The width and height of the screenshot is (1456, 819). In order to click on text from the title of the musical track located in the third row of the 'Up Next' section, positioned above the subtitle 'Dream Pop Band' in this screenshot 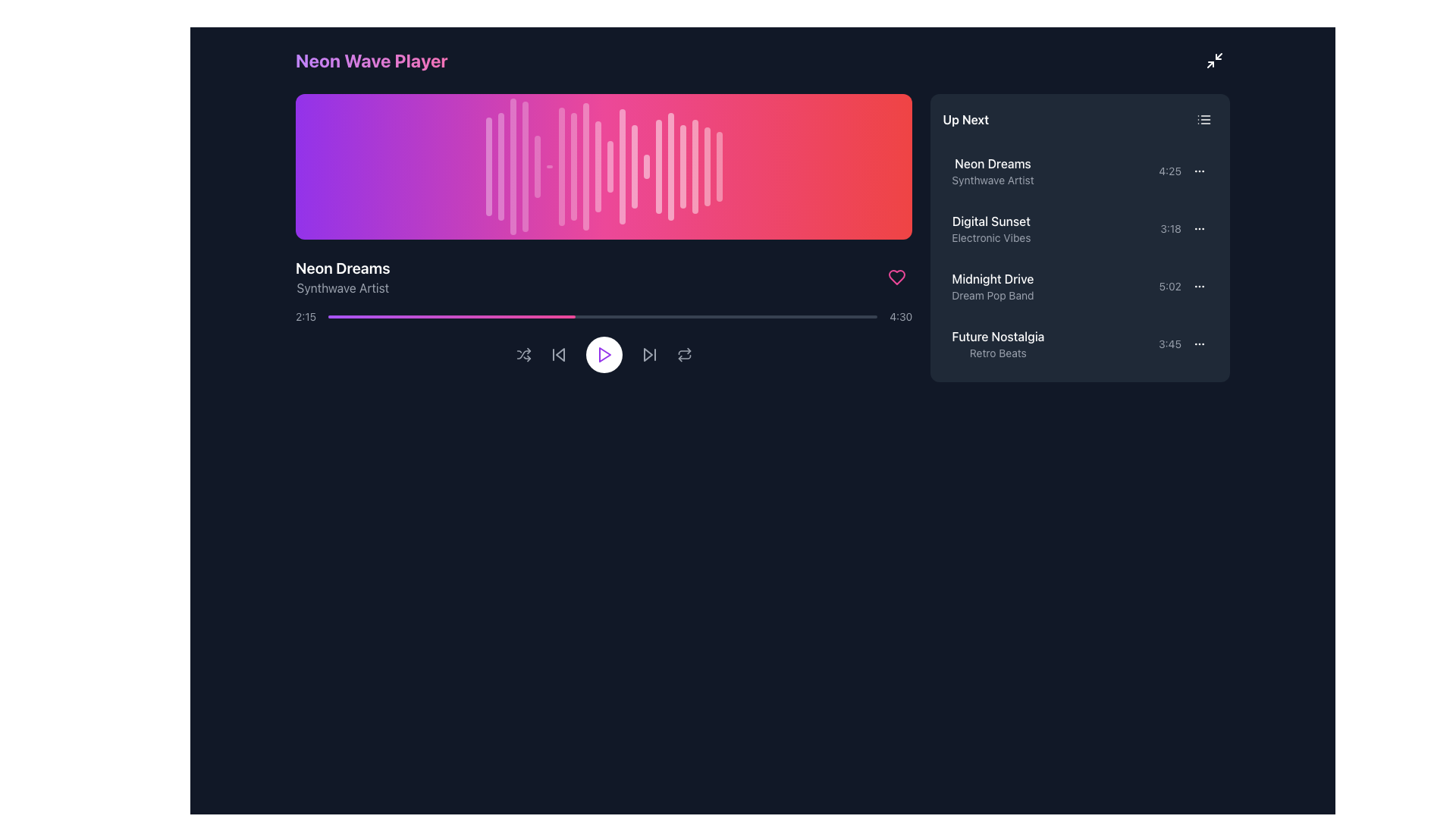, I will do `click(993, 278)`.